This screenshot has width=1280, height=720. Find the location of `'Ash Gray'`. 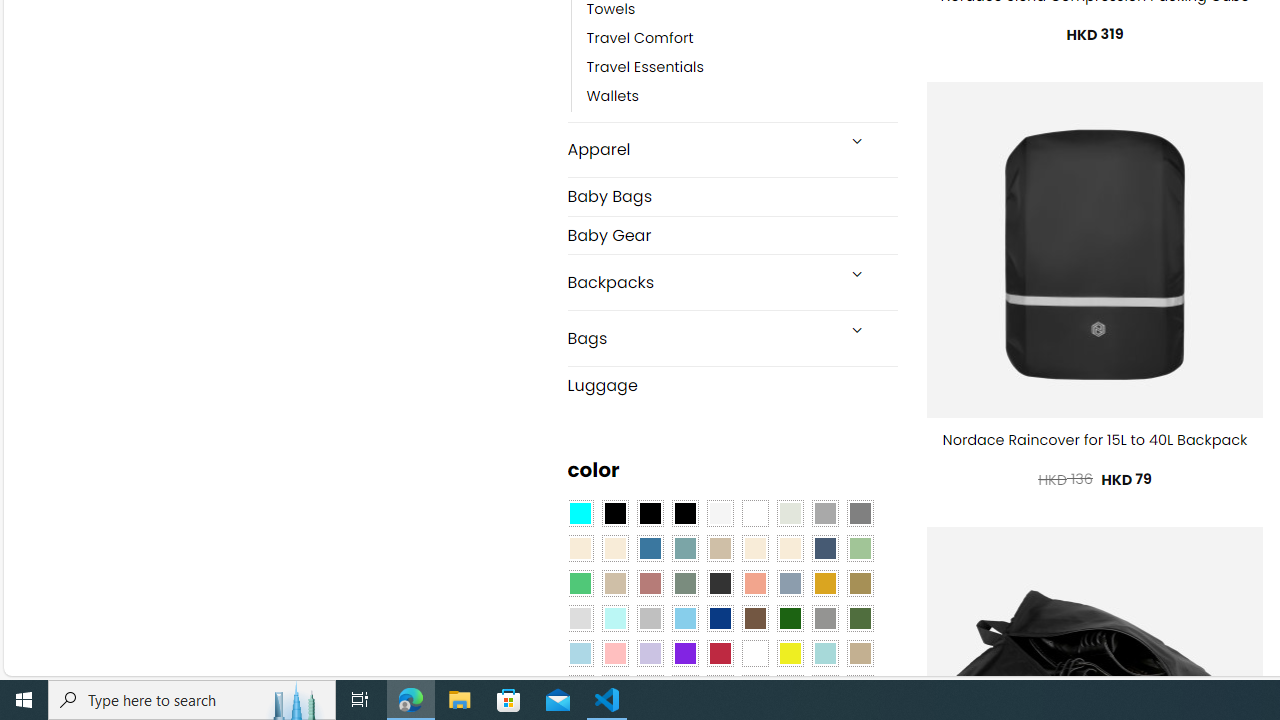

'Ash Gray' is located at coordinates (788, 513).